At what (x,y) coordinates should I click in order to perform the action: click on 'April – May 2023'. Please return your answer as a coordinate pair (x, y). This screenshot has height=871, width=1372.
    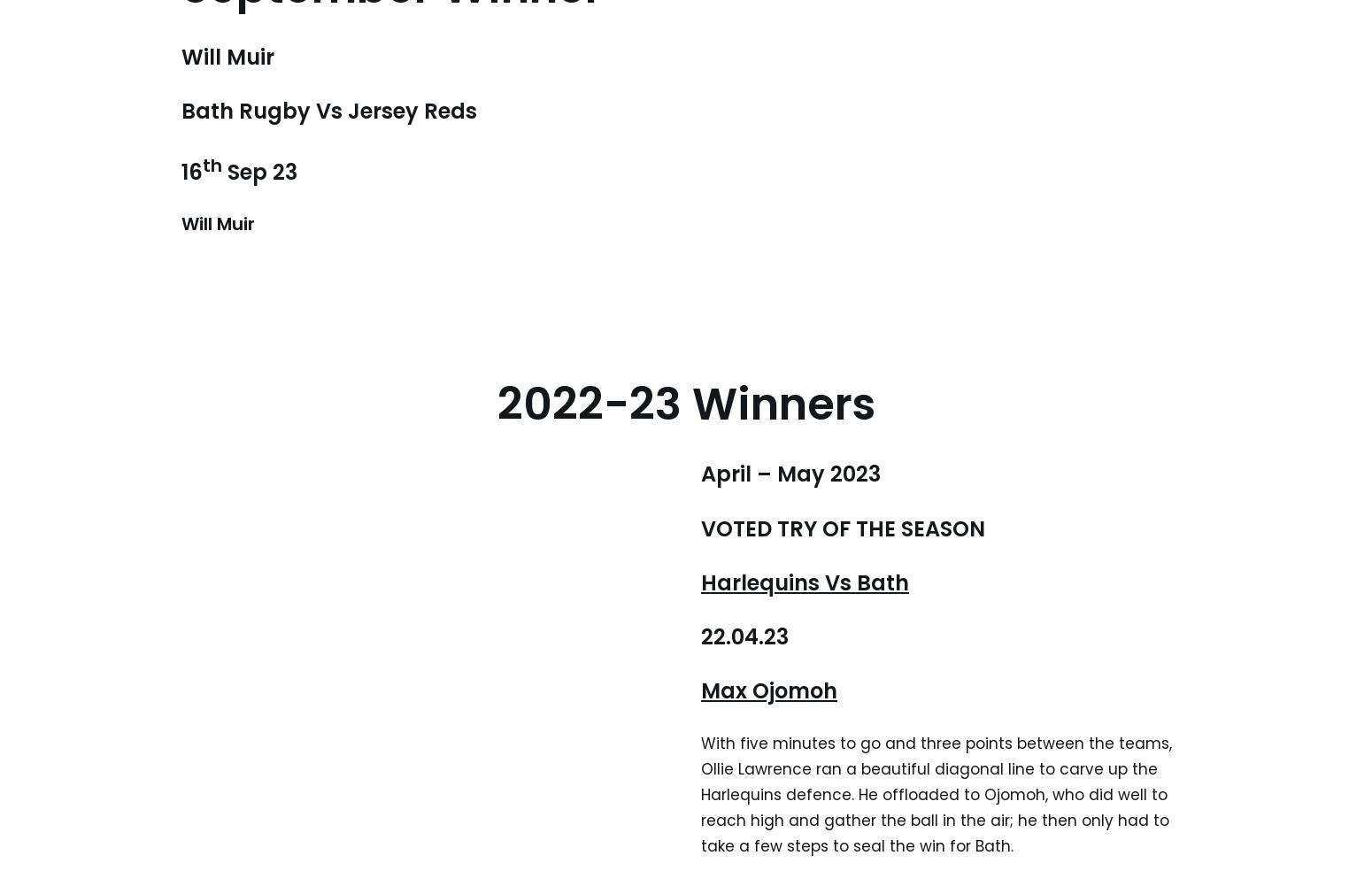
    Looking at the image, I should click on (790, 473).